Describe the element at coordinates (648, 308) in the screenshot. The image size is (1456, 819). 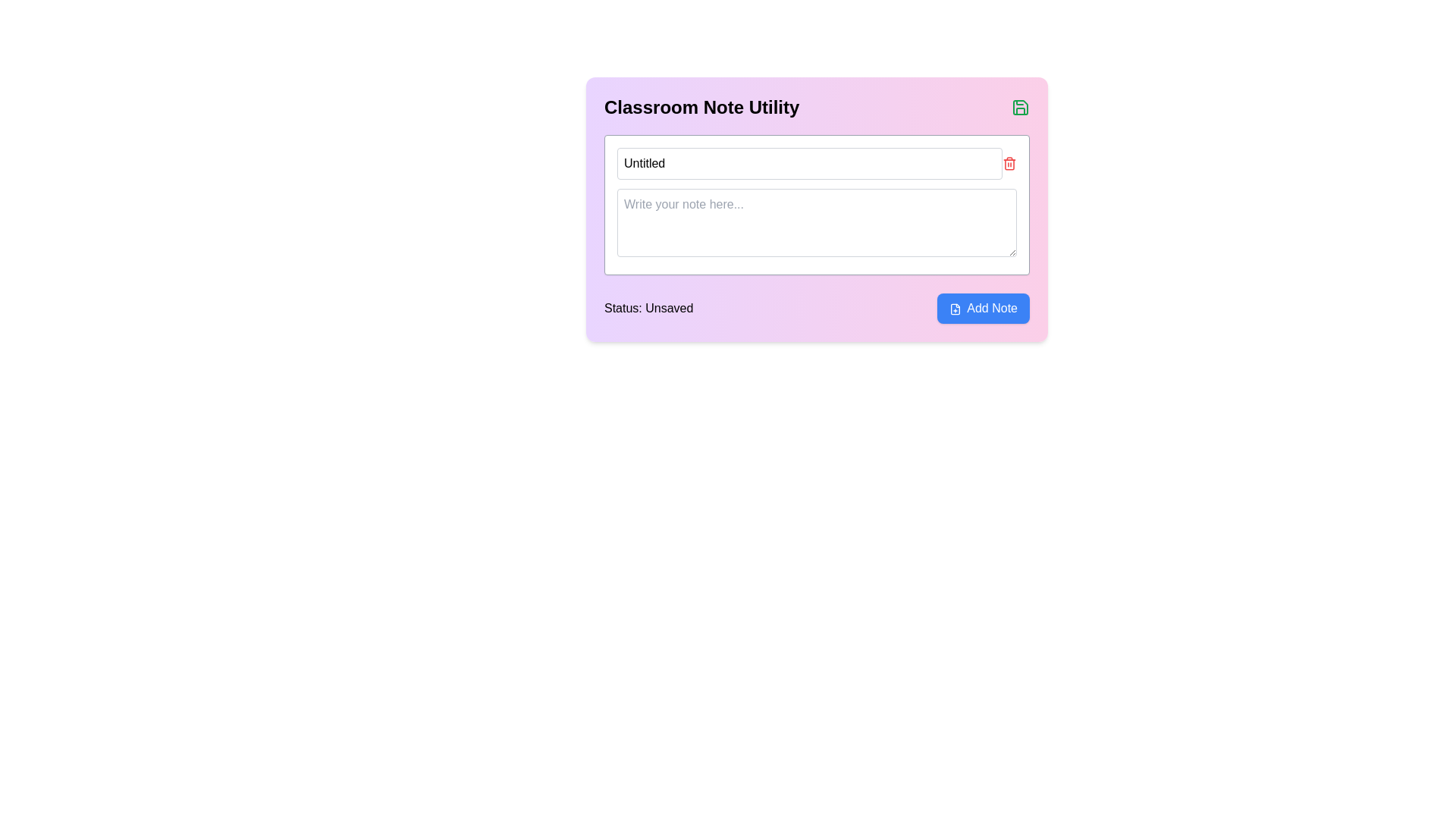
I see `the Static text display showing 'Status: Unsaved'` at that location.